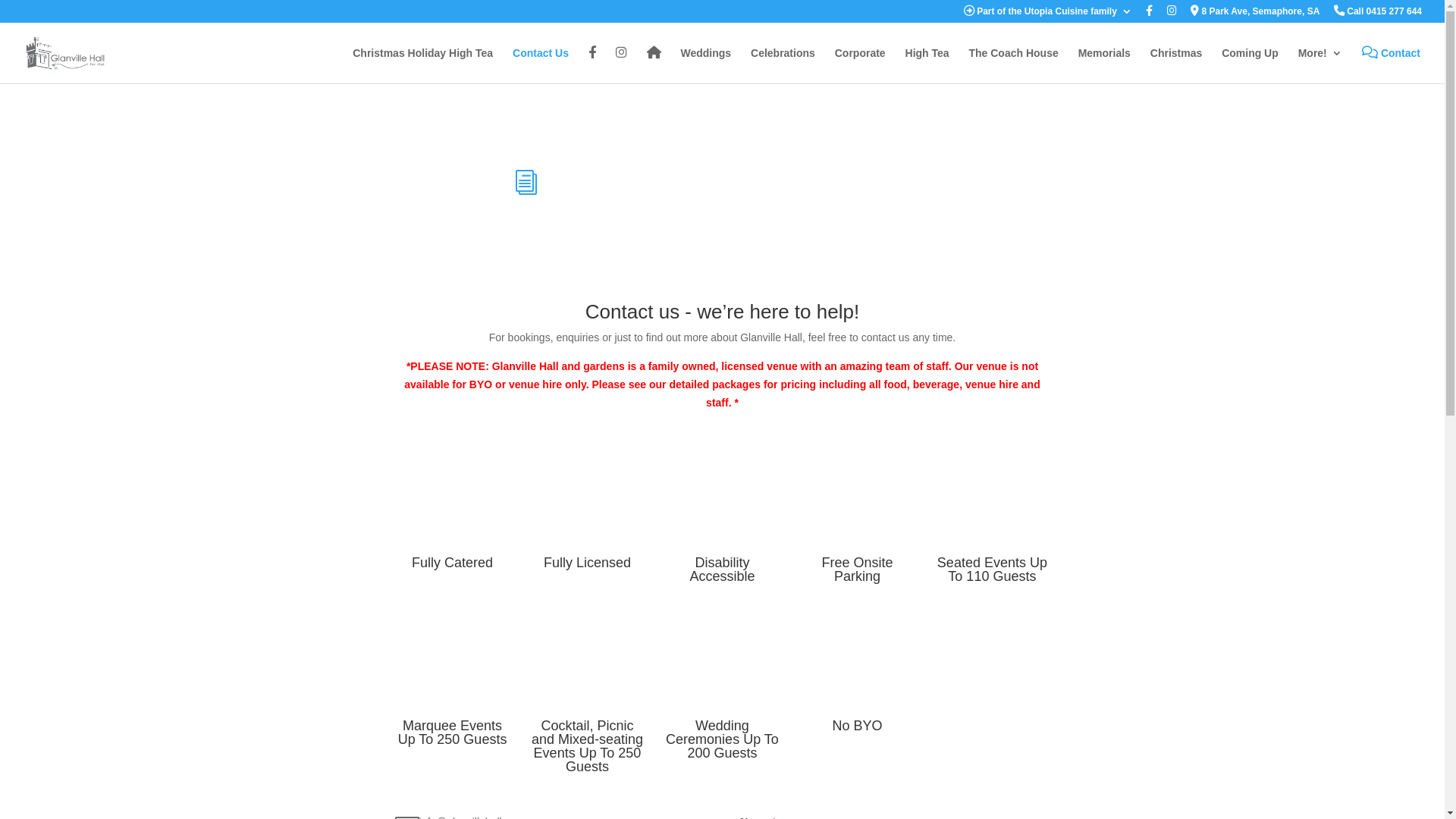 This screenshot has height=819, width=1456. Describe the element at coordinates (783, 64) in the screenshot. I see `'Celebrations'` at that location.